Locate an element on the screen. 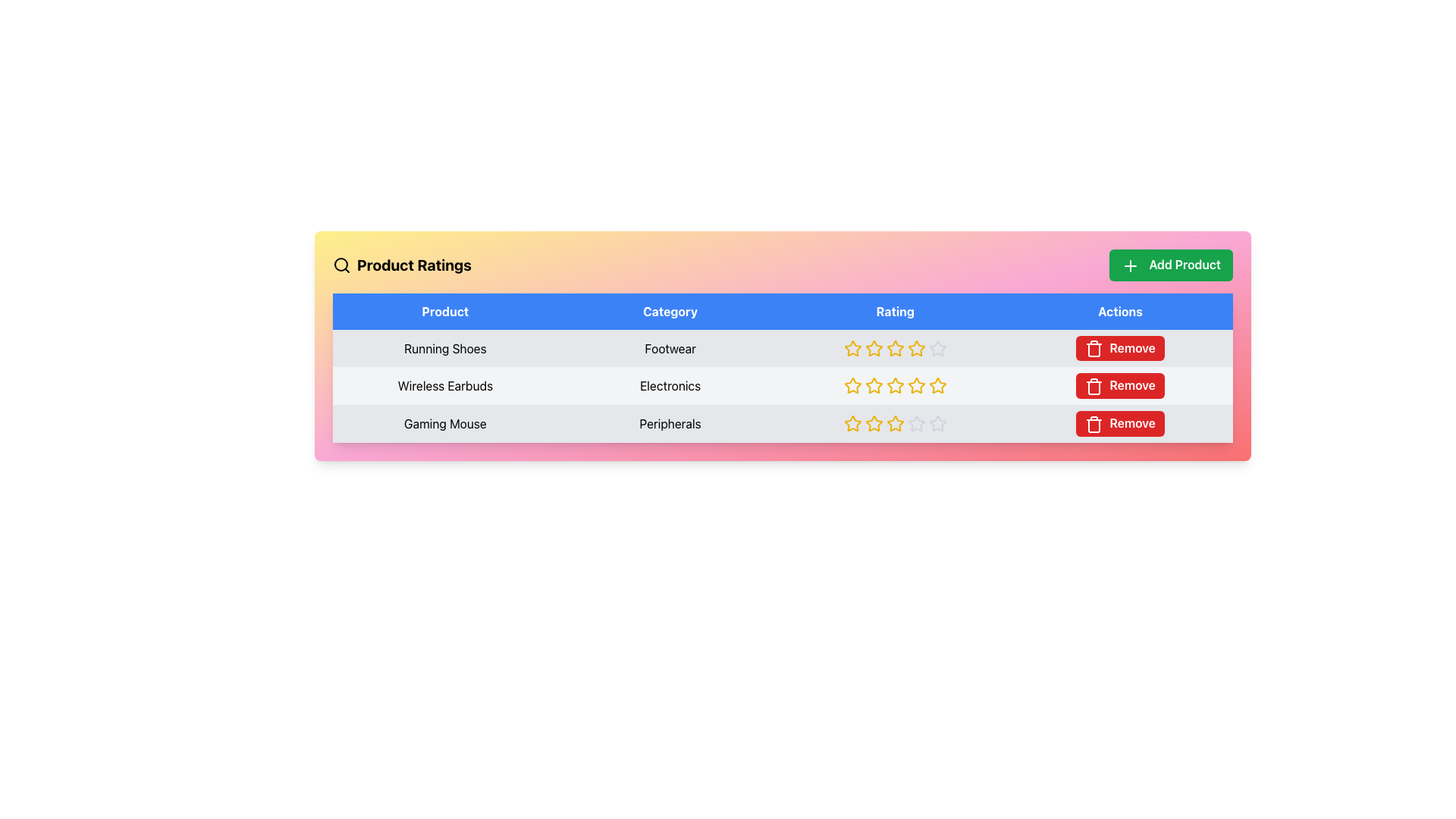  text label for the product 'Running Shoes' located in the first row under the 'Product' column of the table is located at coordinates (444, 348).